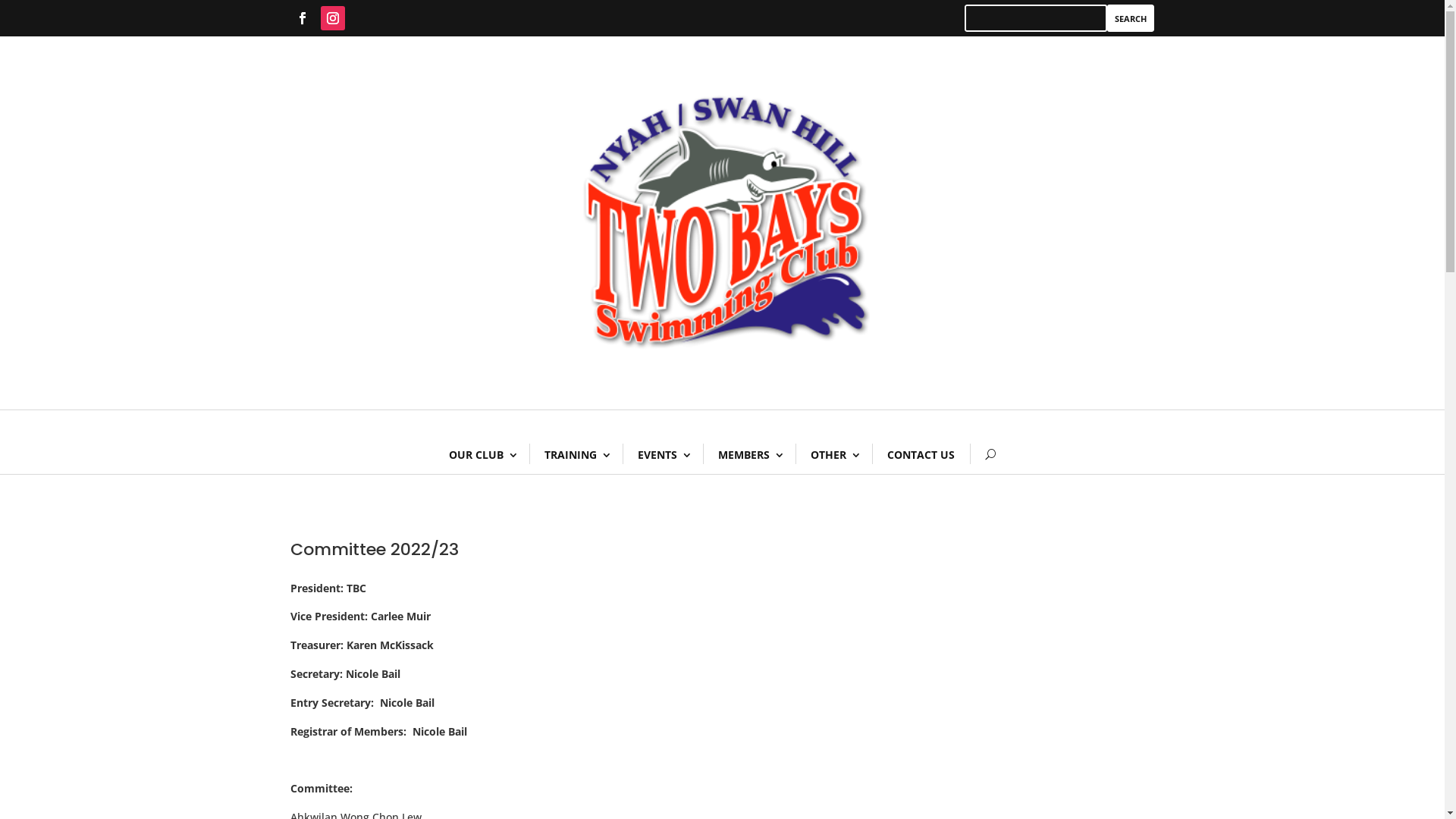 This screenshot has width=1456, height=819. What do you see at coordinates (720, 222) in the screenshot?
I see `'Two Bays logo'` at bounding box center [720, 222].